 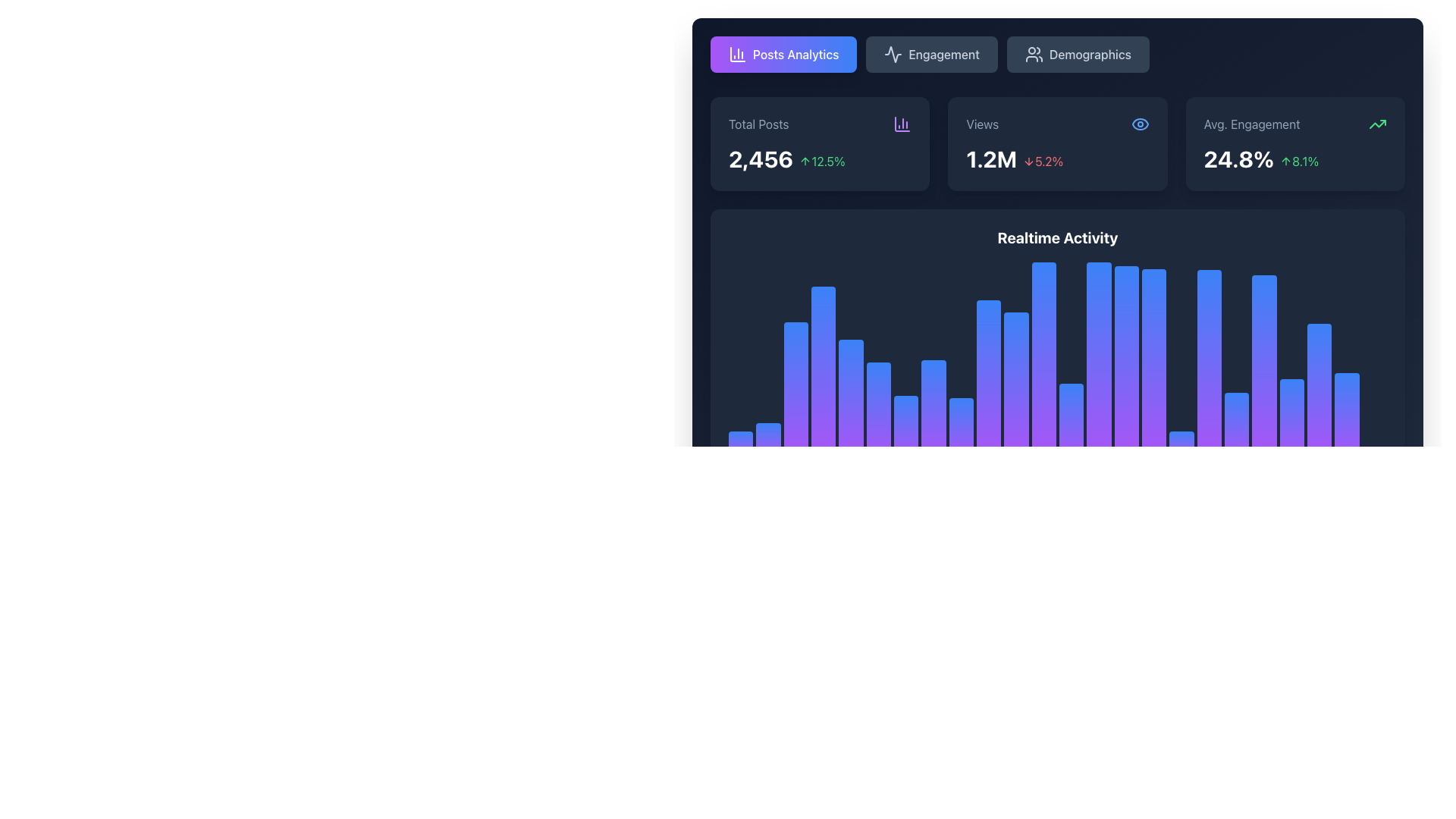 I want to click on the line graph icon with an upward trend, which is located in the top-right corner of the panel and represented by a zigzag line highlighted in green, so click(x=1378, y=124).